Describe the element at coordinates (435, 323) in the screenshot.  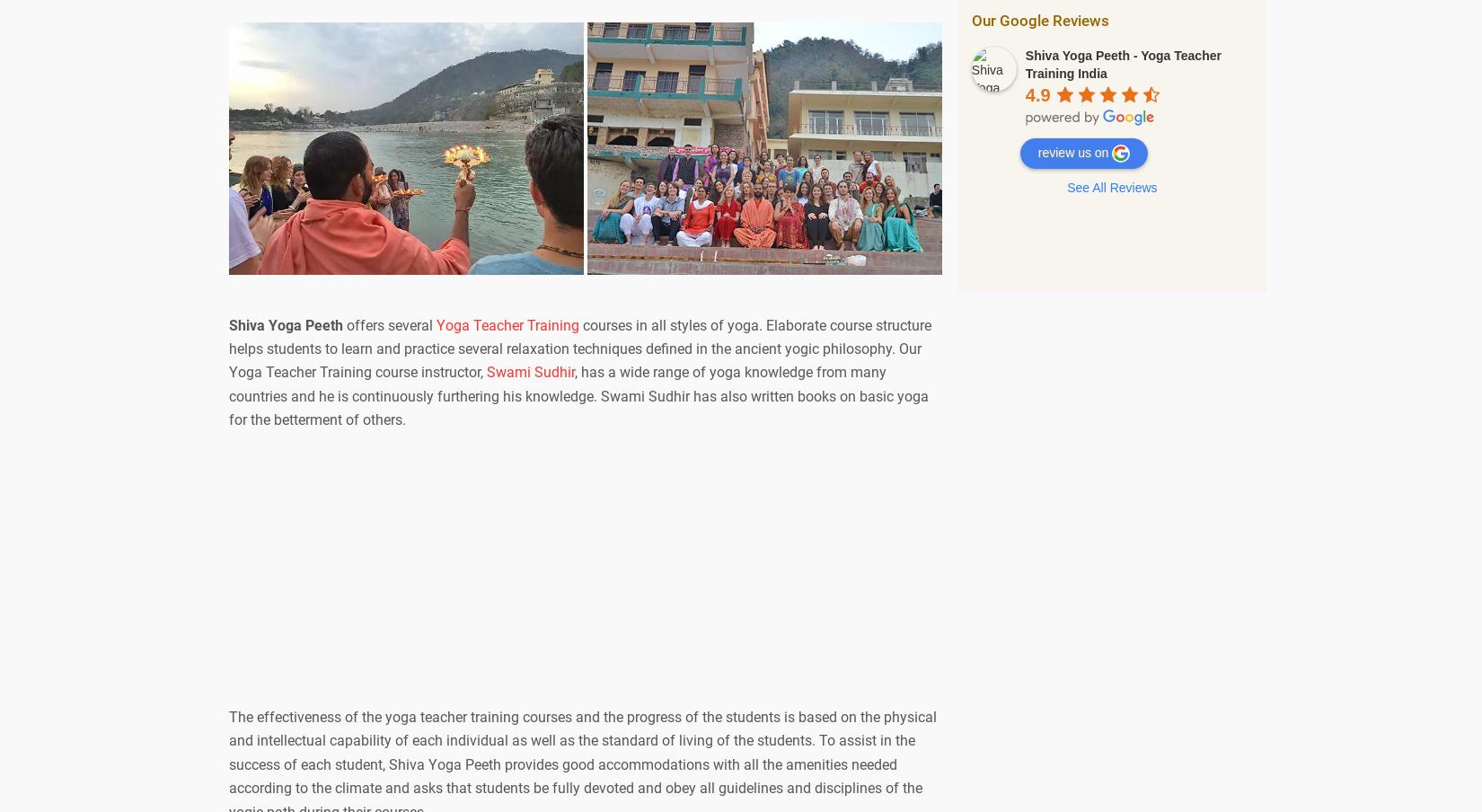
I see `'Yoga Teacher Training'` at that location.